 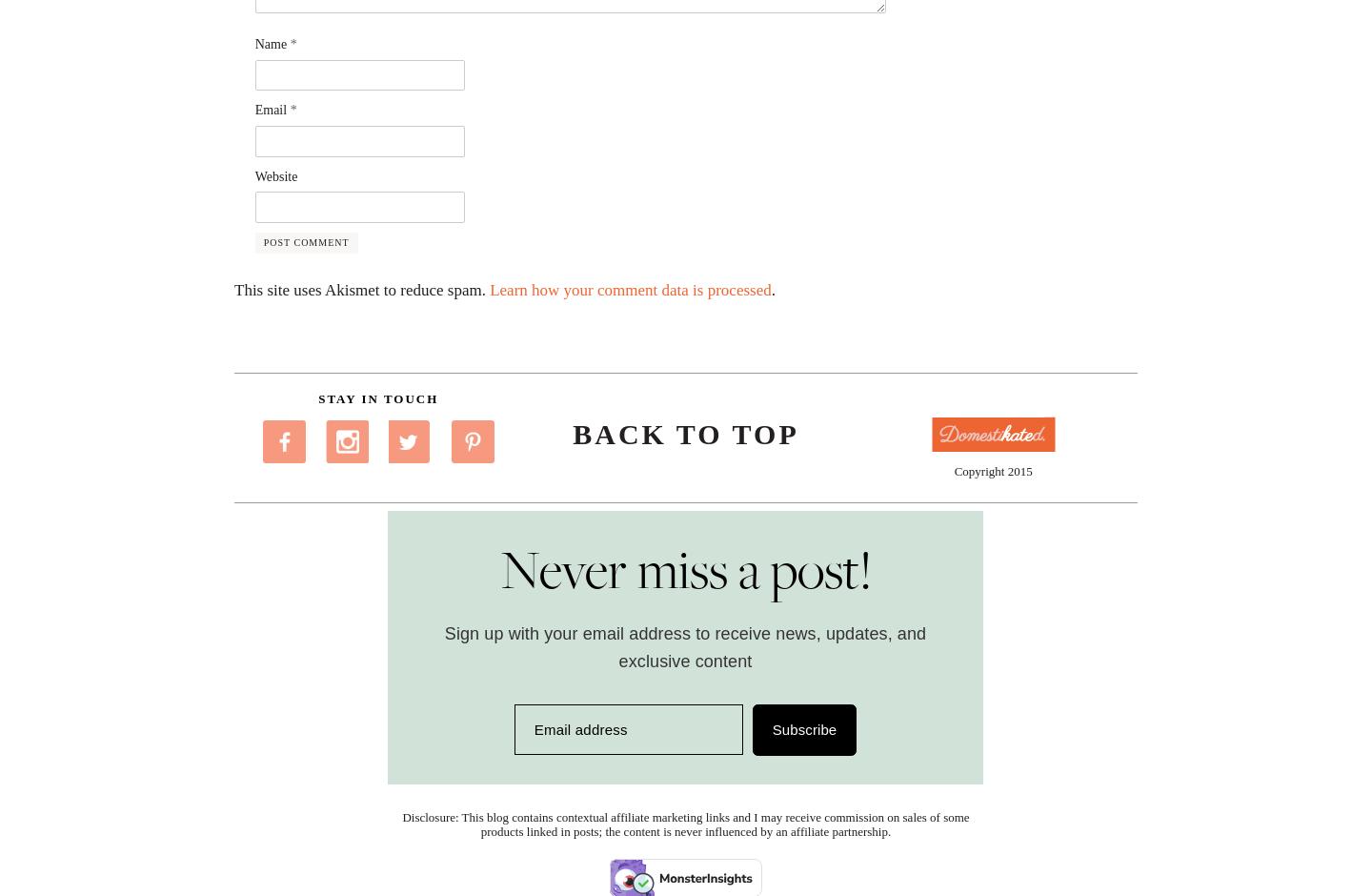 I want to click on 'Disclosure: This blog contains contextual affiliate marketing links and I may receive commission on sales of some products linked in posts; the content is never influenced by an affiliate partnership.', so click(x=685, y=824).